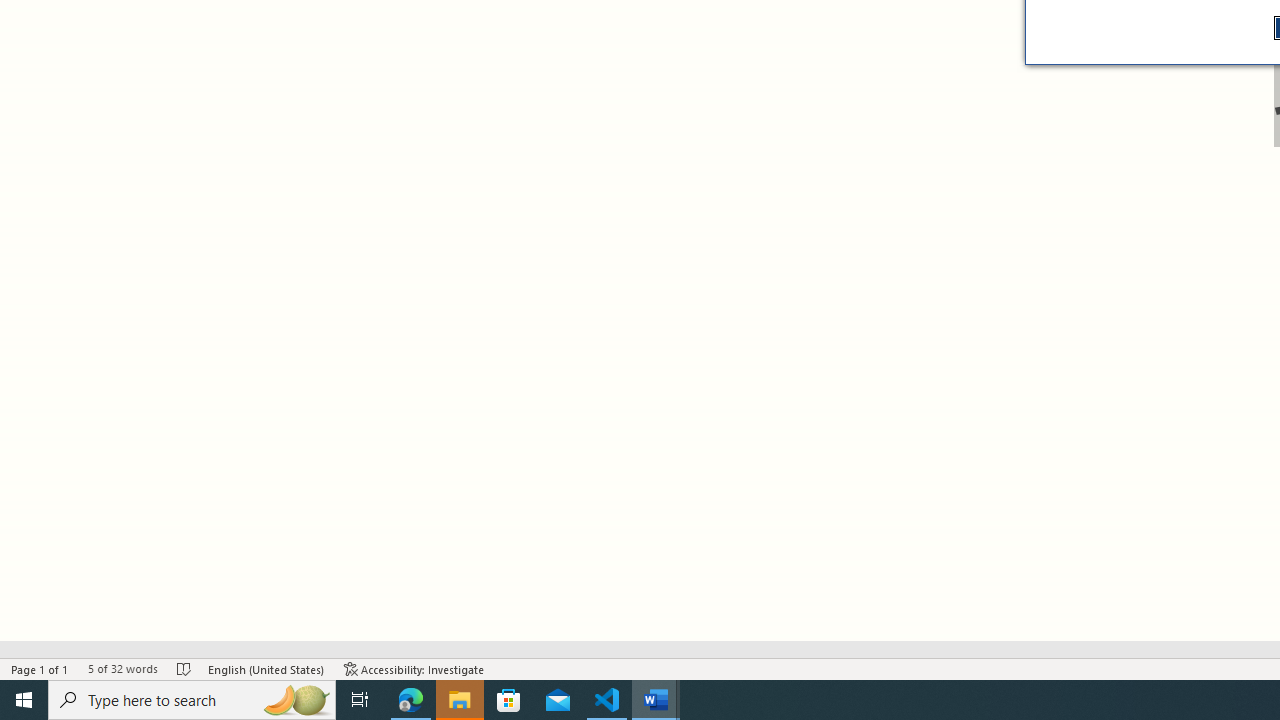 This screenshot has width=1280, height=720. What do you see at coordinates (192, 698) in the screenshot?
I see `'Type here to search'` at bounding box center [192, 698].